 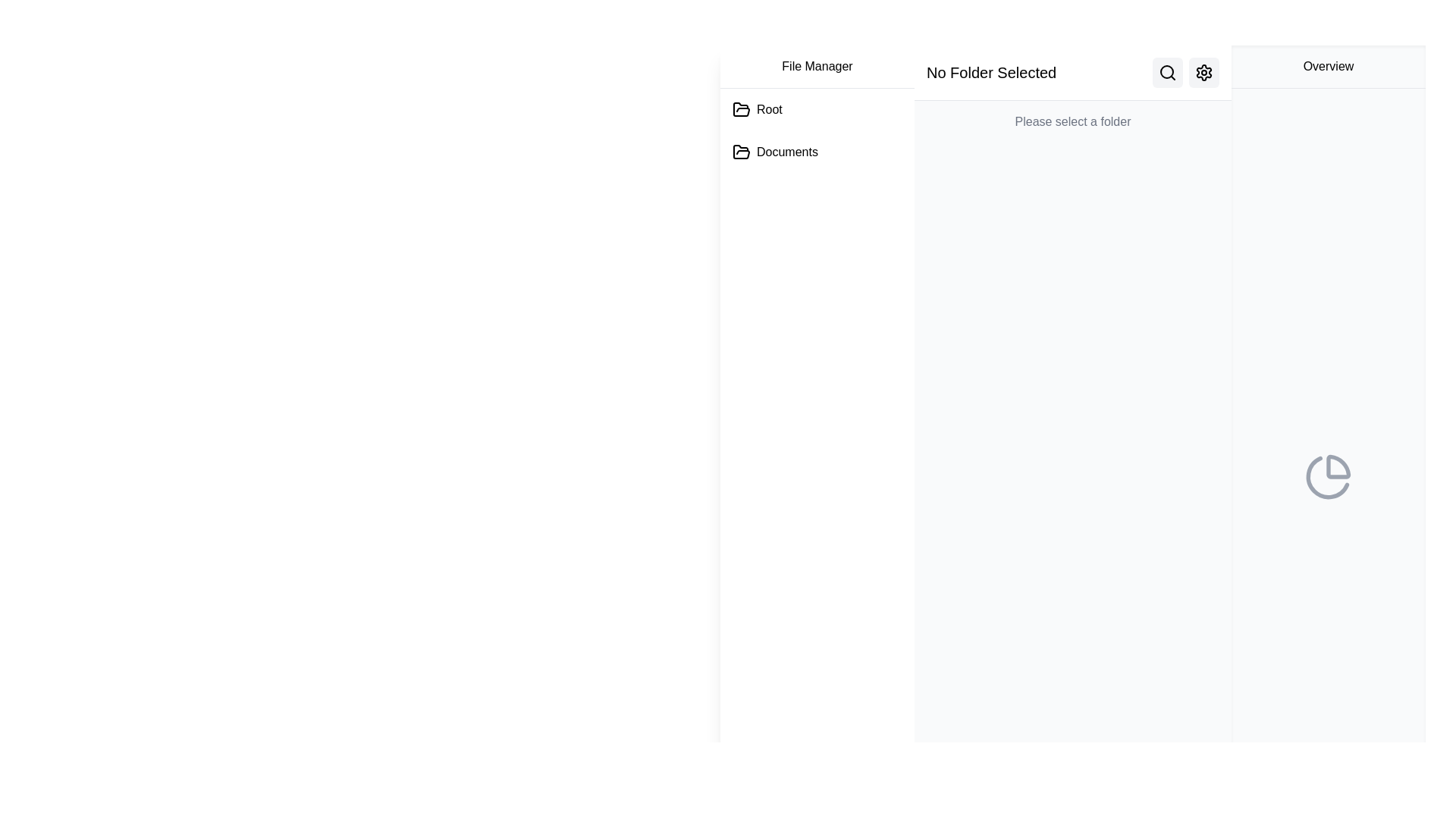 What do you see at coordinates (1203, 73) in the screenshot?
I see `the settings button, which is a rounded rectangular button with a gear icon, located at the top-right corner of the interface` at bounding box center [1203, 73].